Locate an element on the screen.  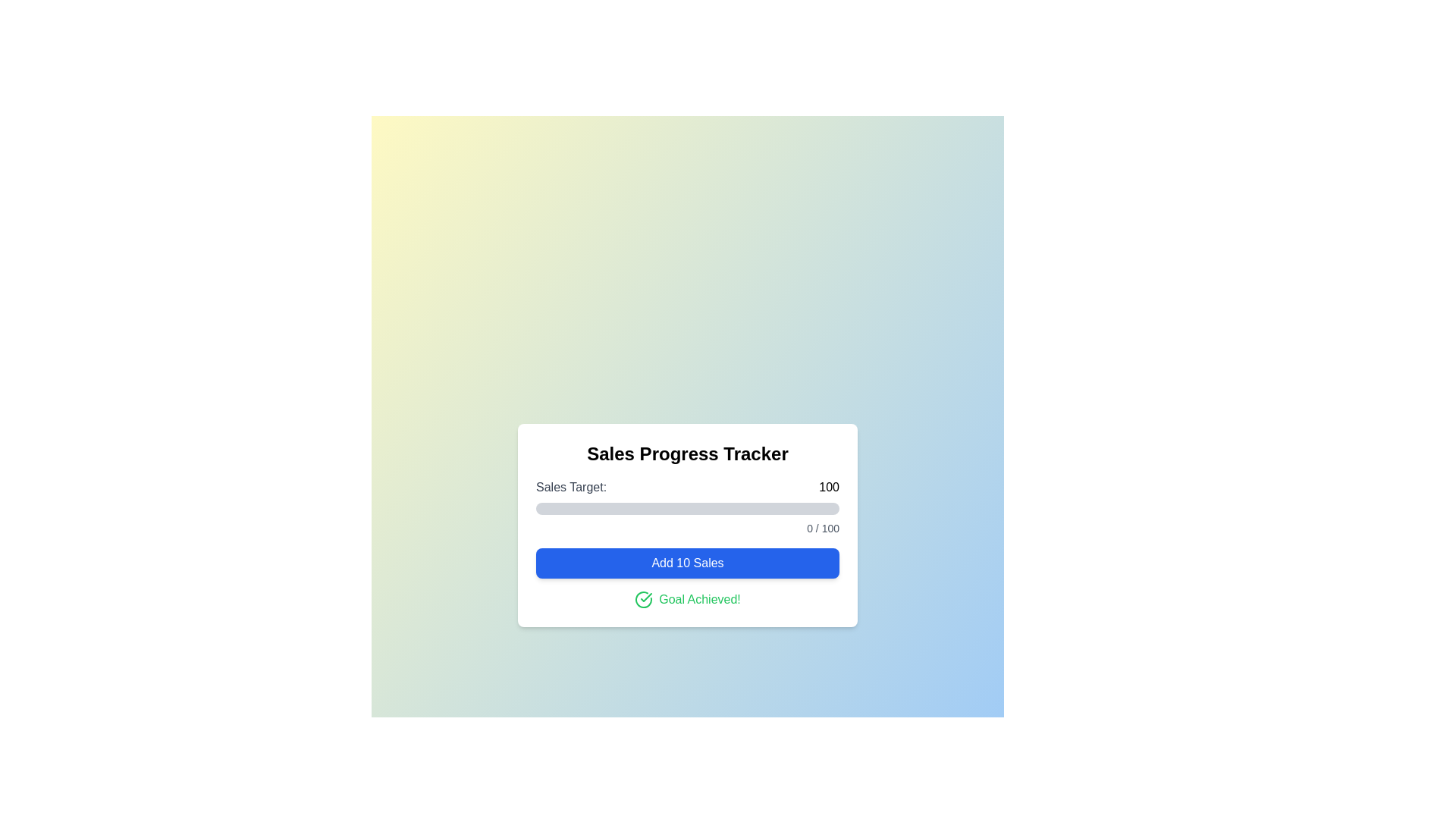
the checkmark icon in a darker green color, which indicates confirmation or success, positioned below the 'Add 10 Sales' button and aligned to the left of the 'Goal Achieved!' text is located at coordinates (646, 596).